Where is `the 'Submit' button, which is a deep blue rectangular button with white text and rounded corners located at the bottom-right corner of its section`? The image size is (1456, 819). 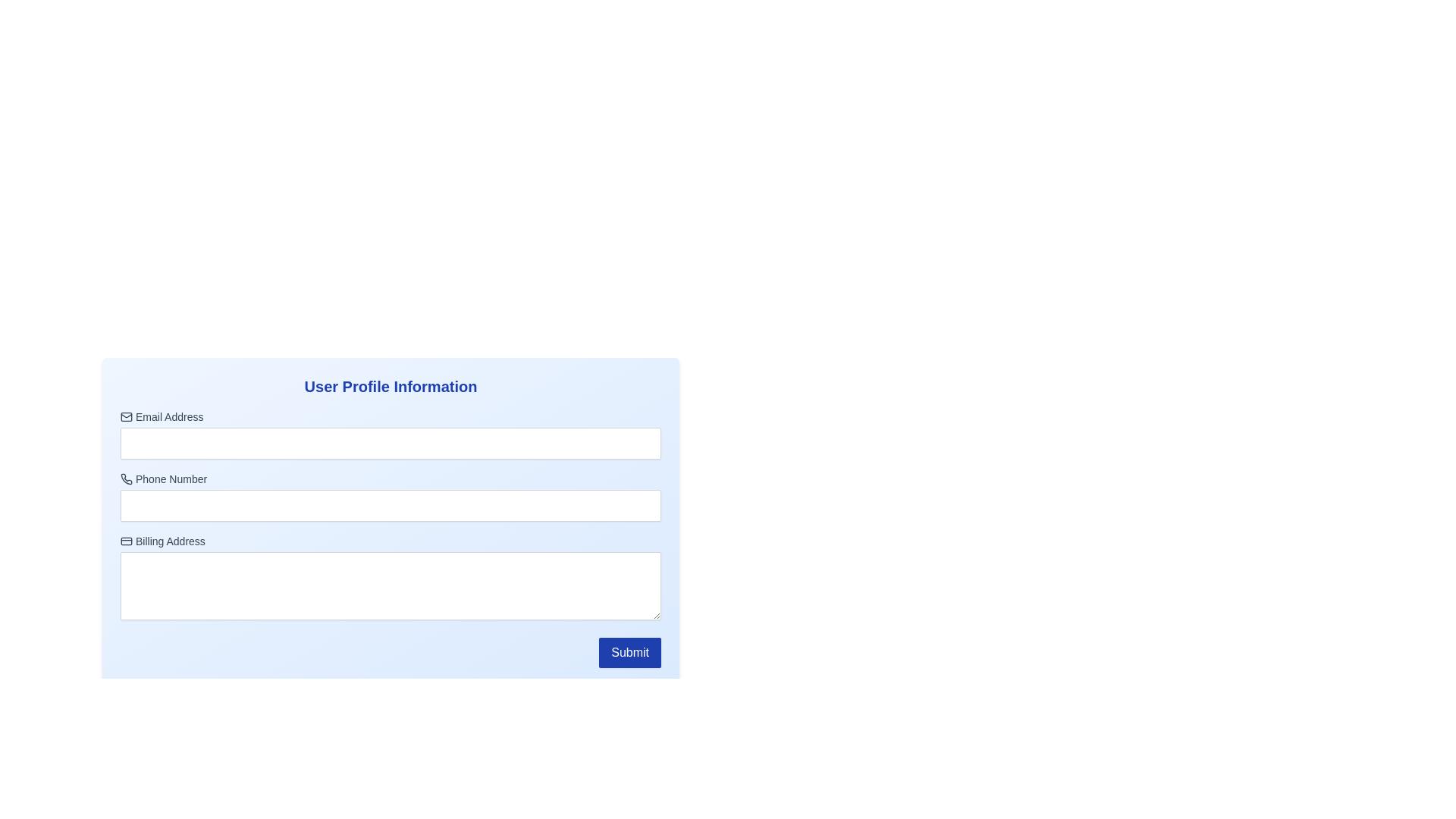 the 'Submit' button, which is a deep blue rectangular button with white text and rounded corners located at the bottom-right corner of its section is located at coordinates (630, 651).